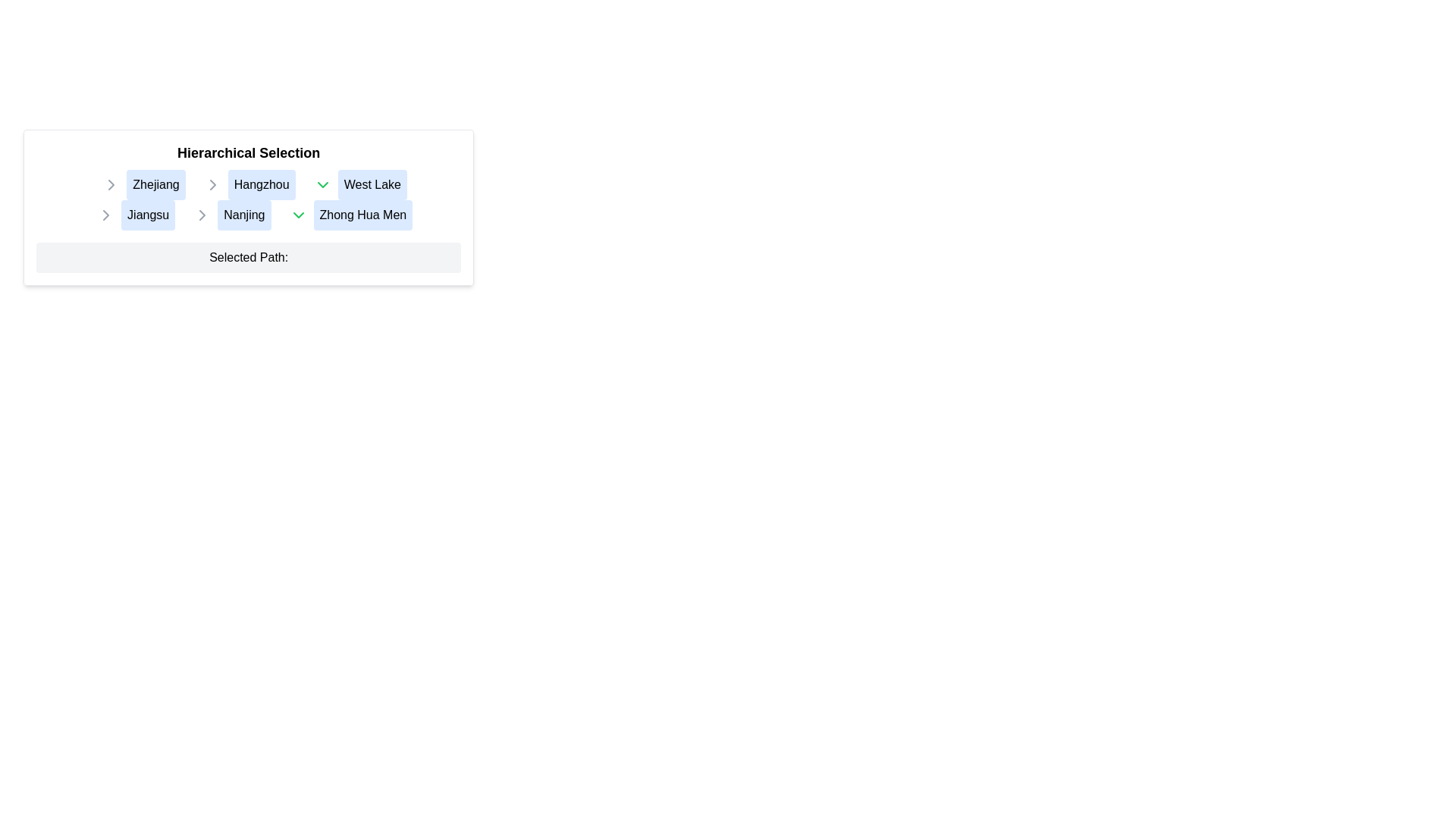  What do you see at coordinates (298, 215) in the screenshot?
I see `the green downward-pointing chevron icon next to the text 'Zhong Hua Men'` at bounding box center [298, 215].